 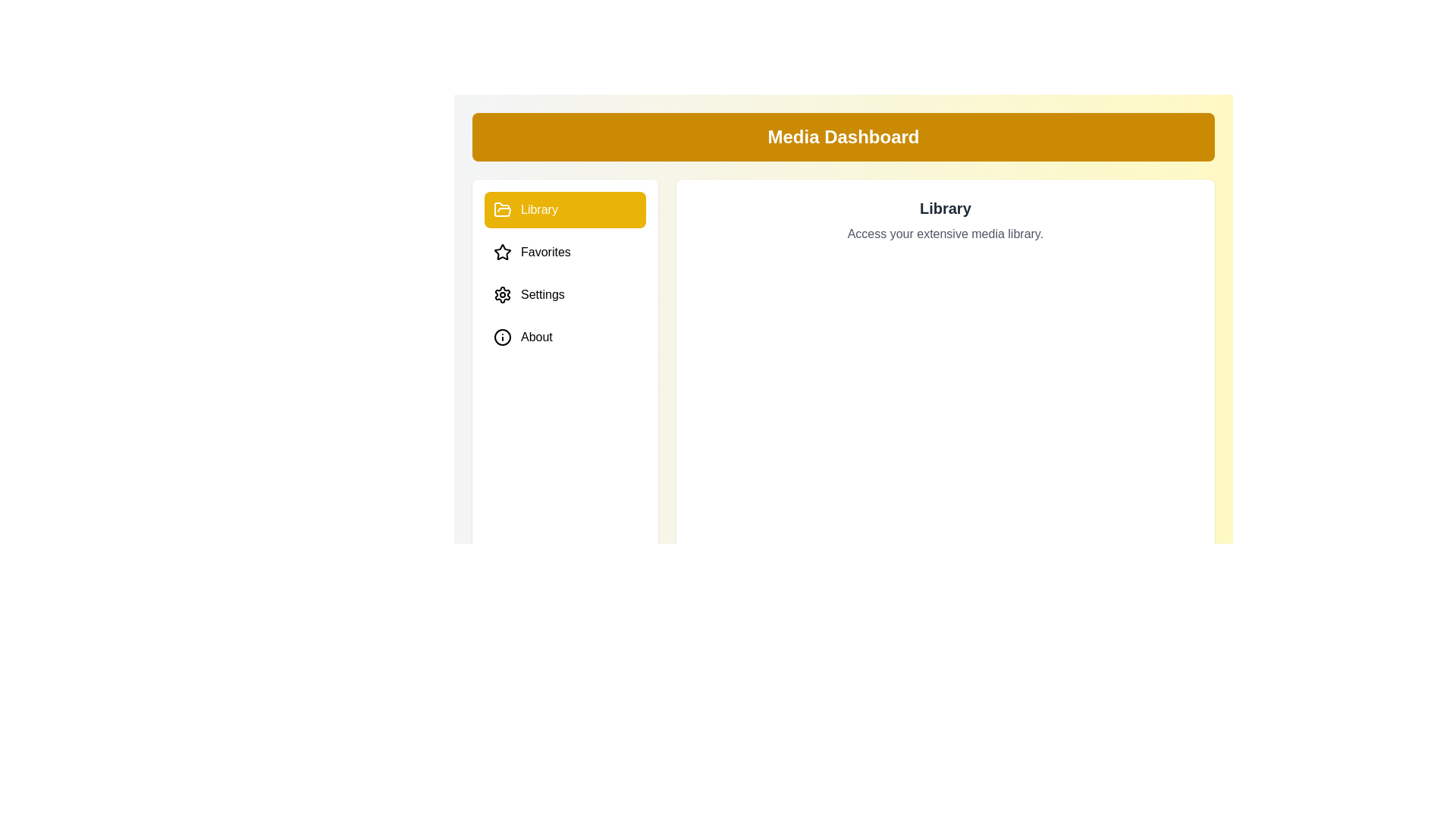 I want to click on the Favorites tab to preview its hover effect, so click(x=564, y=251).